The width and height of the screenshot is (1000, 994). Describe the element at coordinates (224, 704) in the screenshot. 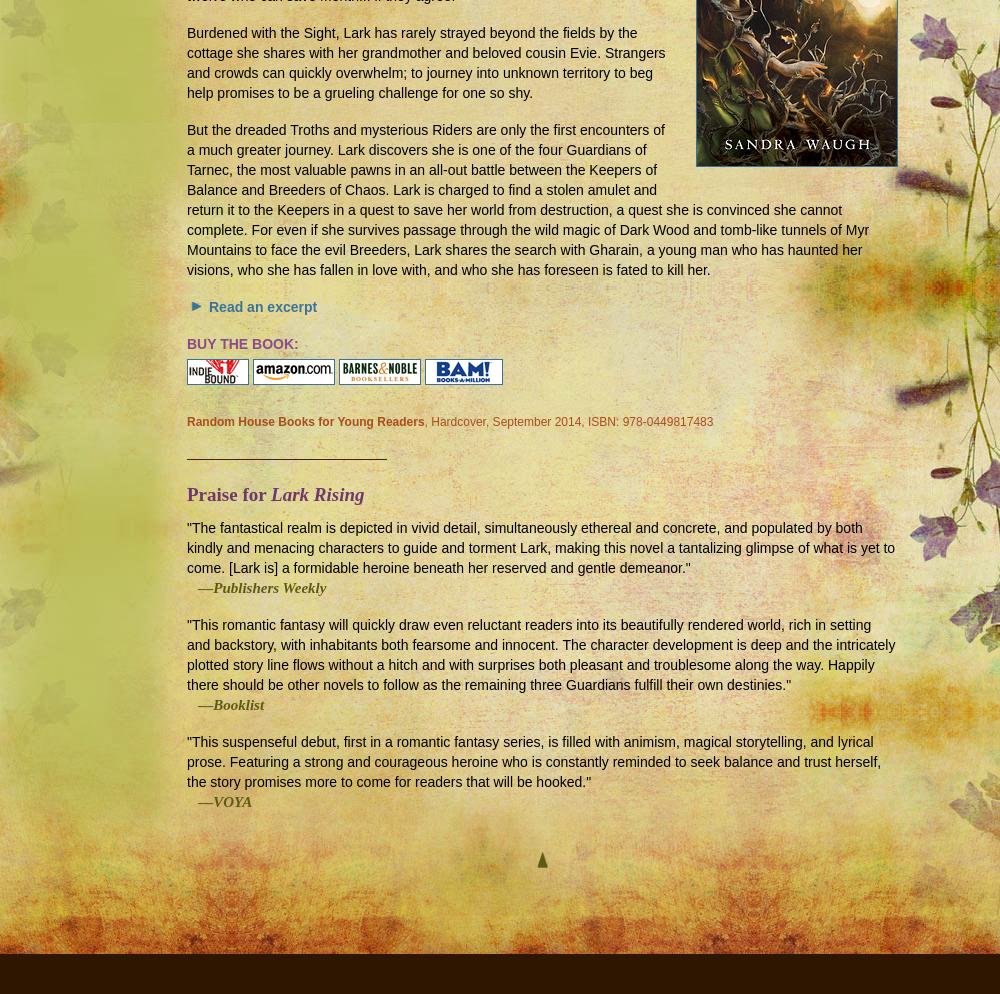

I see `'—Booklist'` at that location.